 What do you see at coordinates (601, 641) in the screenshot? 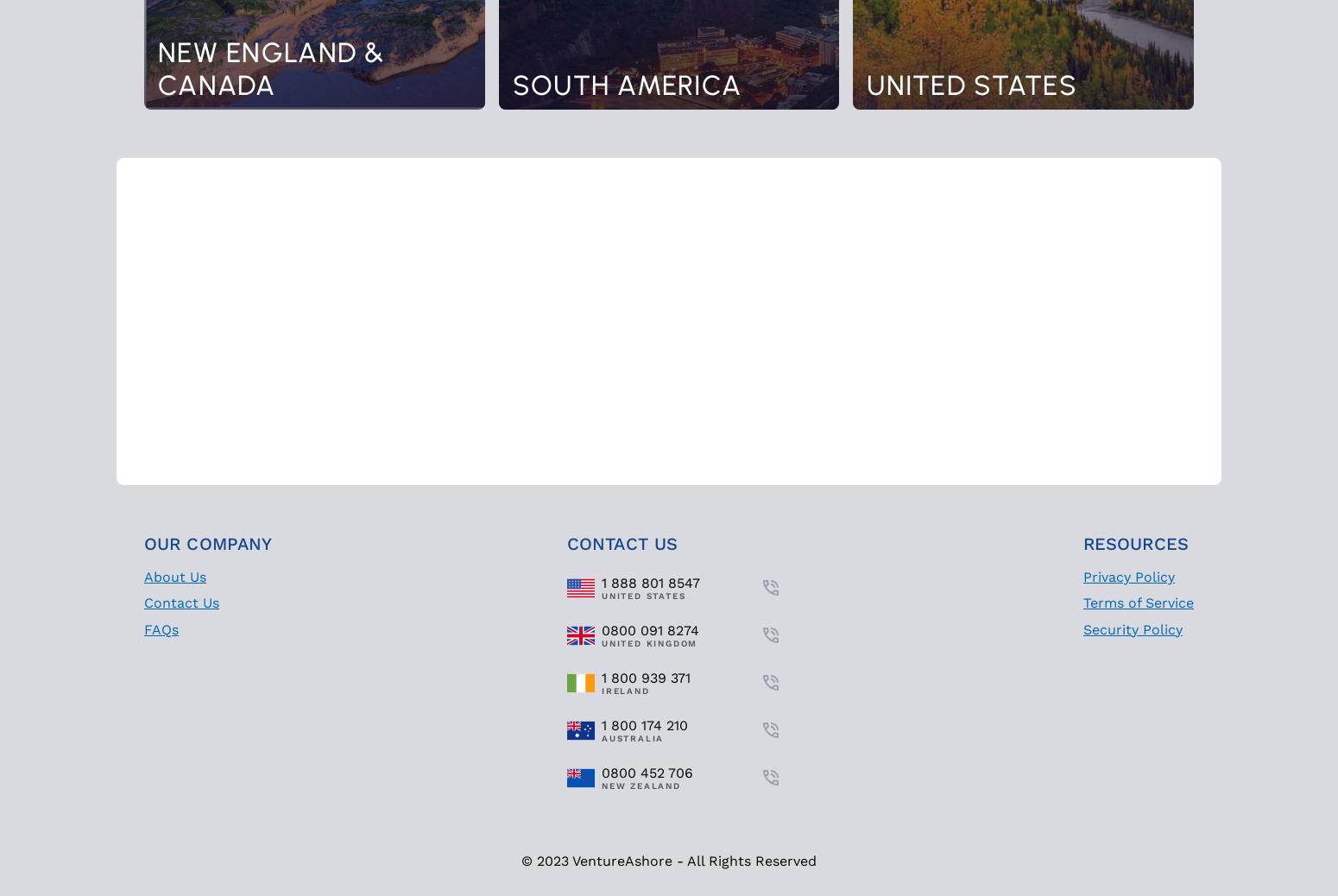
I see `'United Kingdom'` at bounding box center [601, 641].